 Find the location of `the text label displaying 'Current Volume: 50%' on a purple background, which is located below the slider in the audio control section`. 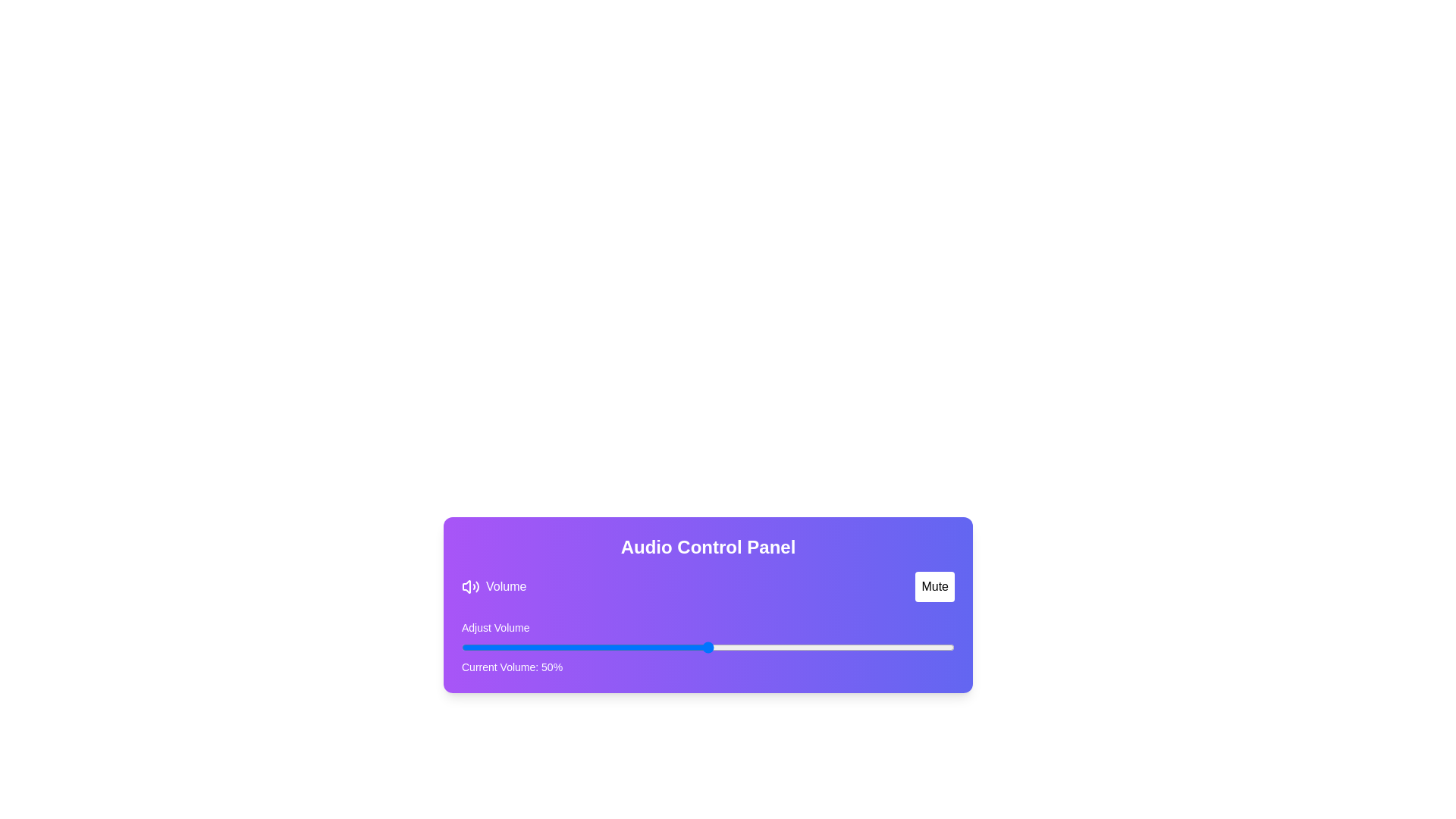

the text label displaying 'Current Volume: 50%' on a purple background, which is located below the slider in the audio control section is located at coordinates (512, 666).